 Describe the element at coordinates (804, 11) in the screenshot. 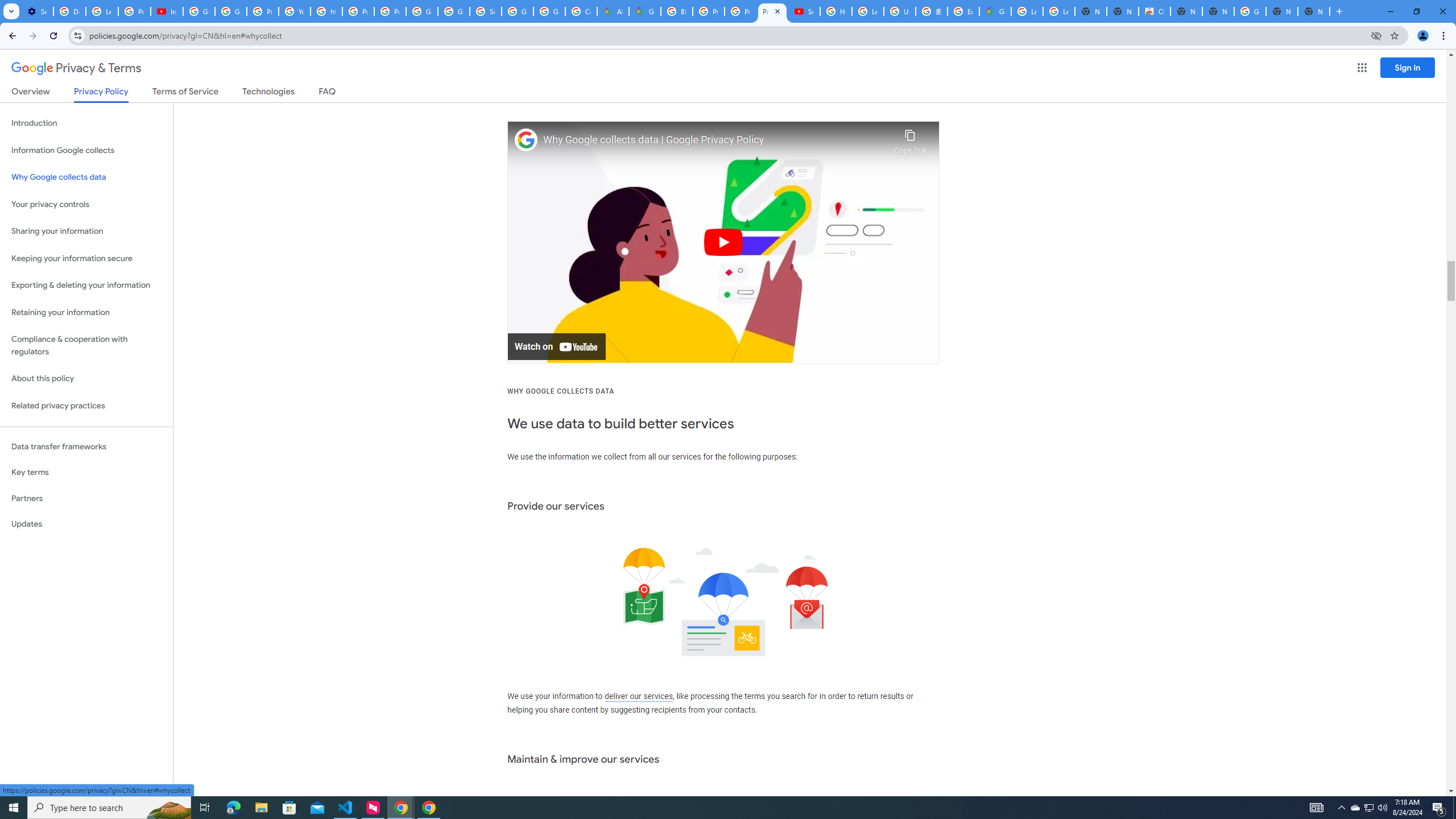

I see `'Subscriptions - YouTube'` at that location.